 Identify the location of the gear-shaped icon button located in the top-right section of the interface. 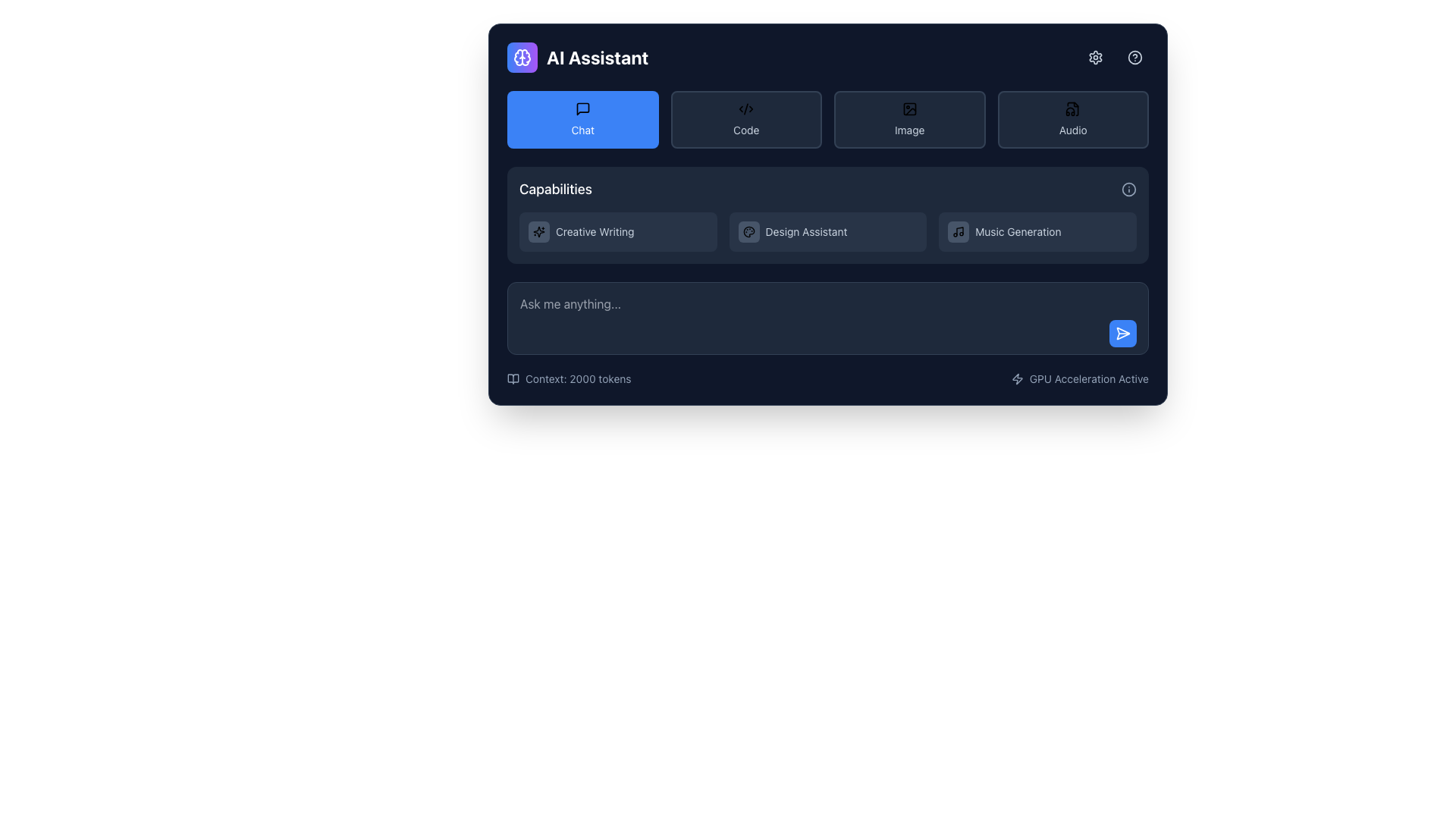
(1095, 57).